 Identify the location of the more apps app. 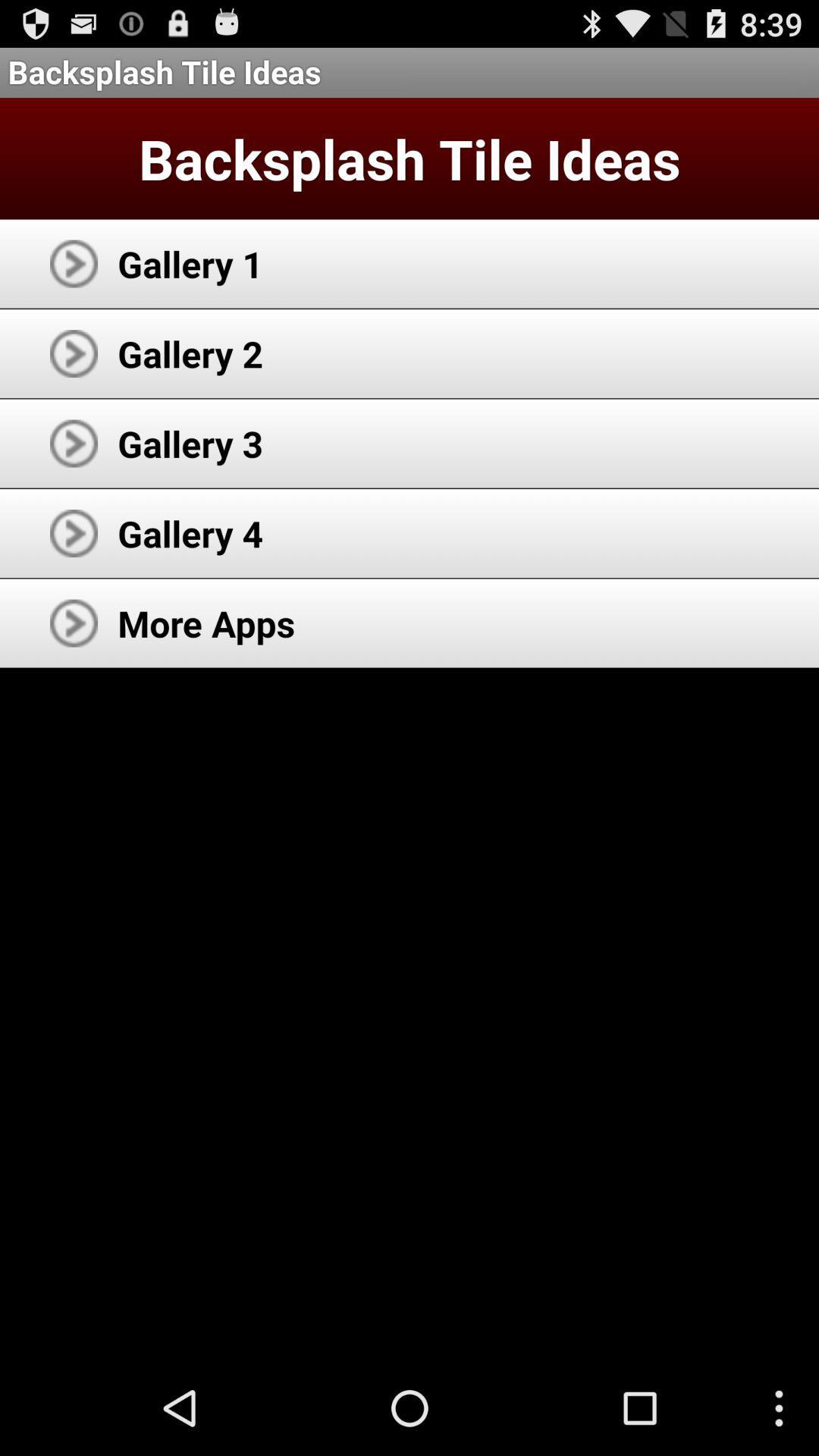
(206, 623).